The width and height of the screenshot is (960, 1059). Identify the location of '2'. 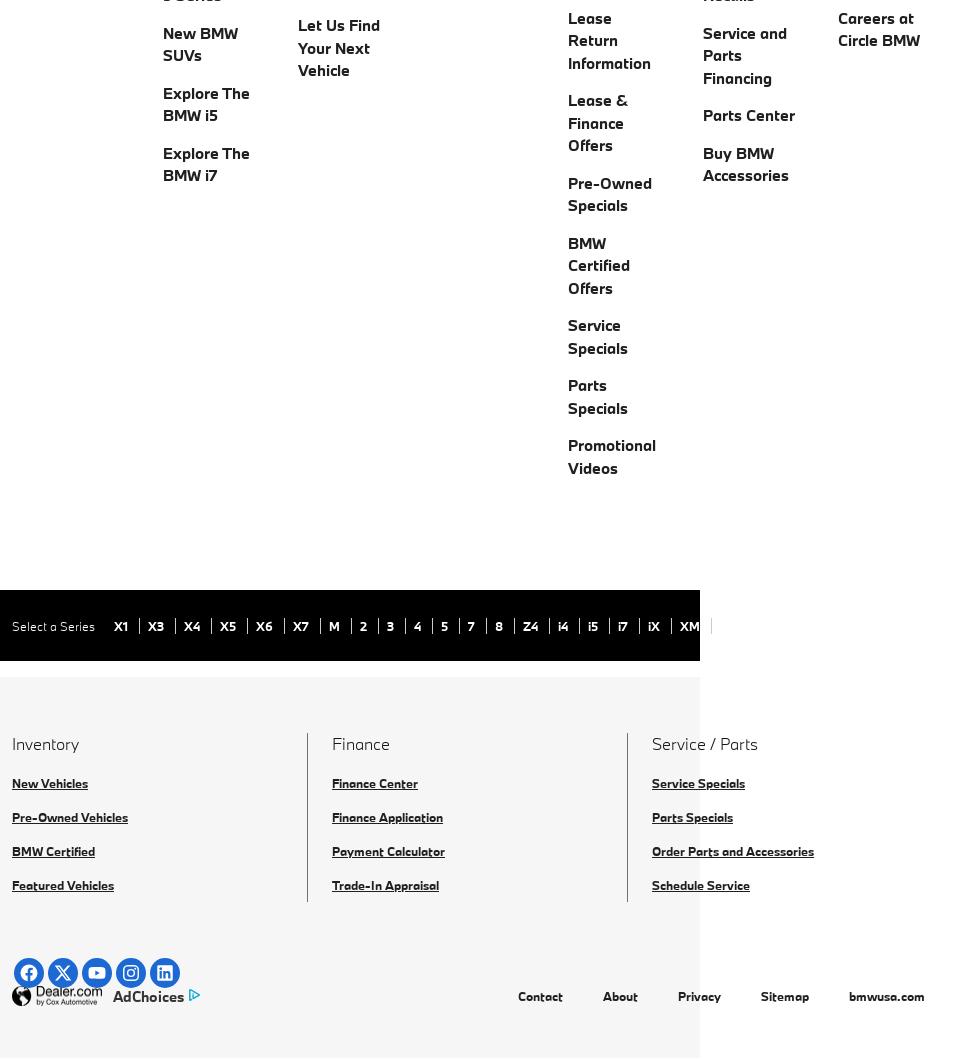
(363, 624).